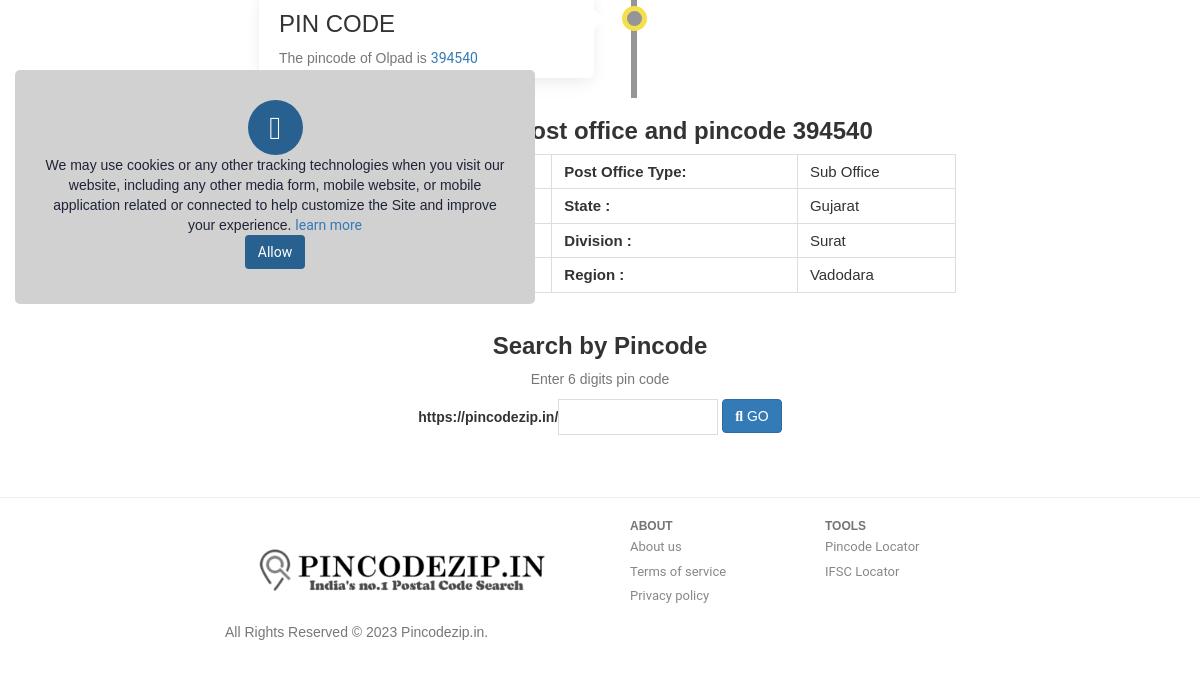  What do you see at coordinates (328, 225) in the screenshot?
I see `'learn more'` at bounding box center [328, 225].